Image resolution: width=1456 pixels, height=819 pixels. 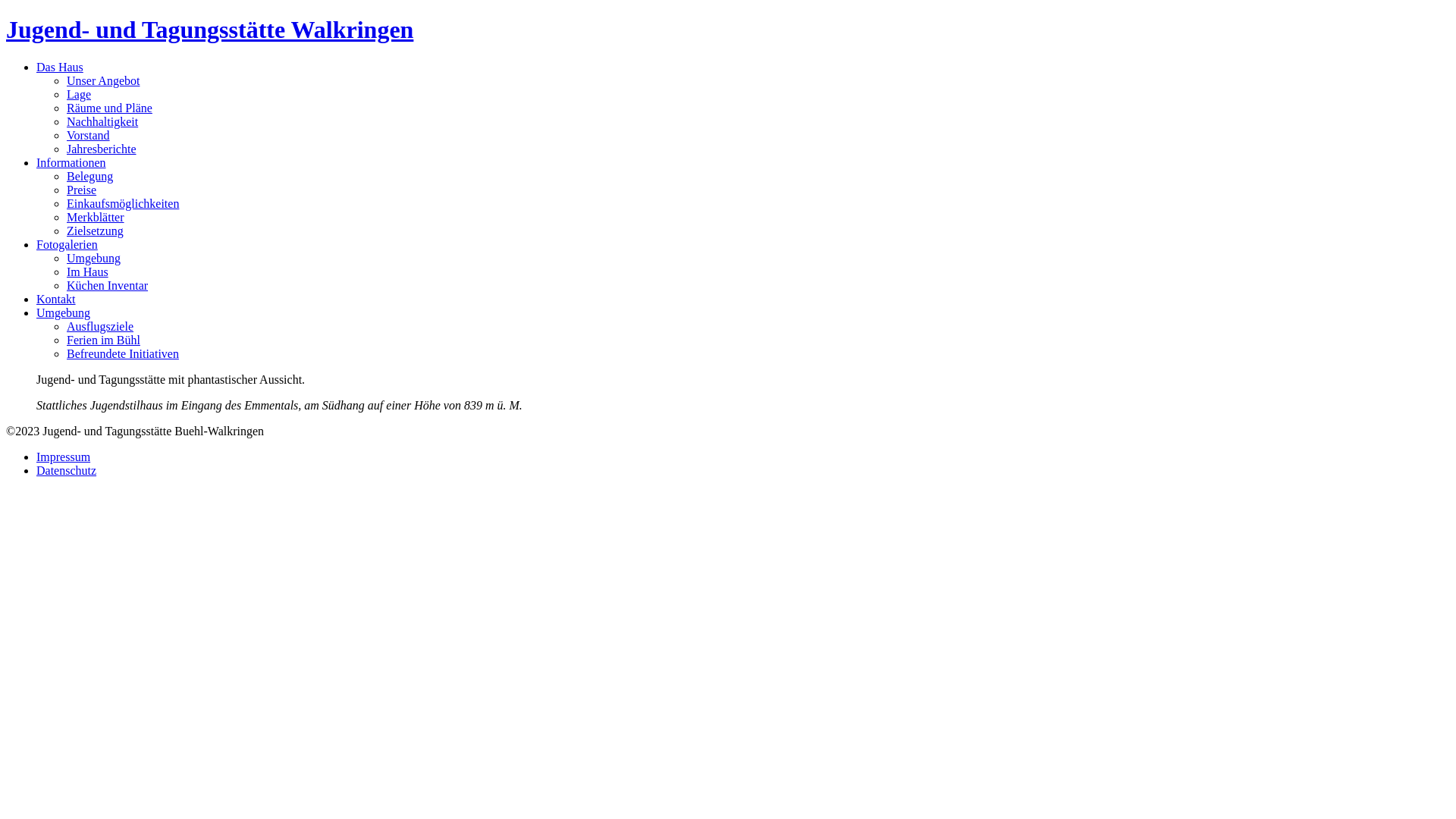 I want to click on 'Preise', so click(x=80, y=189).